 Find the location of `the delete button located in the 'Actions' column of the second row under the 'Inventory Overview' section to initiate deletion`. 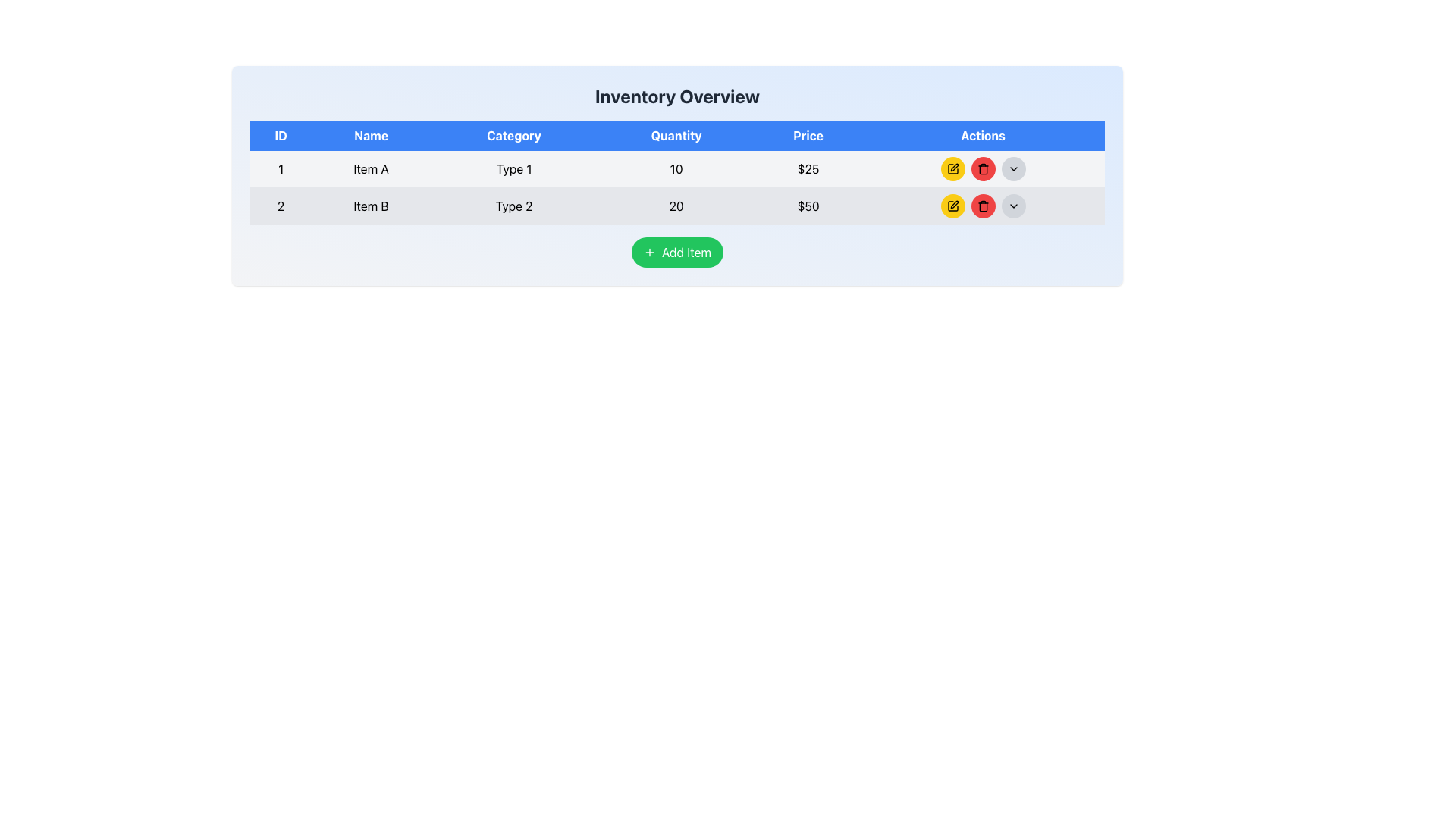

the delete button located in the 'Actions' column of the second row under the 'Inventory Overview' section to initiate deletion is located at coordinates (983, 206).